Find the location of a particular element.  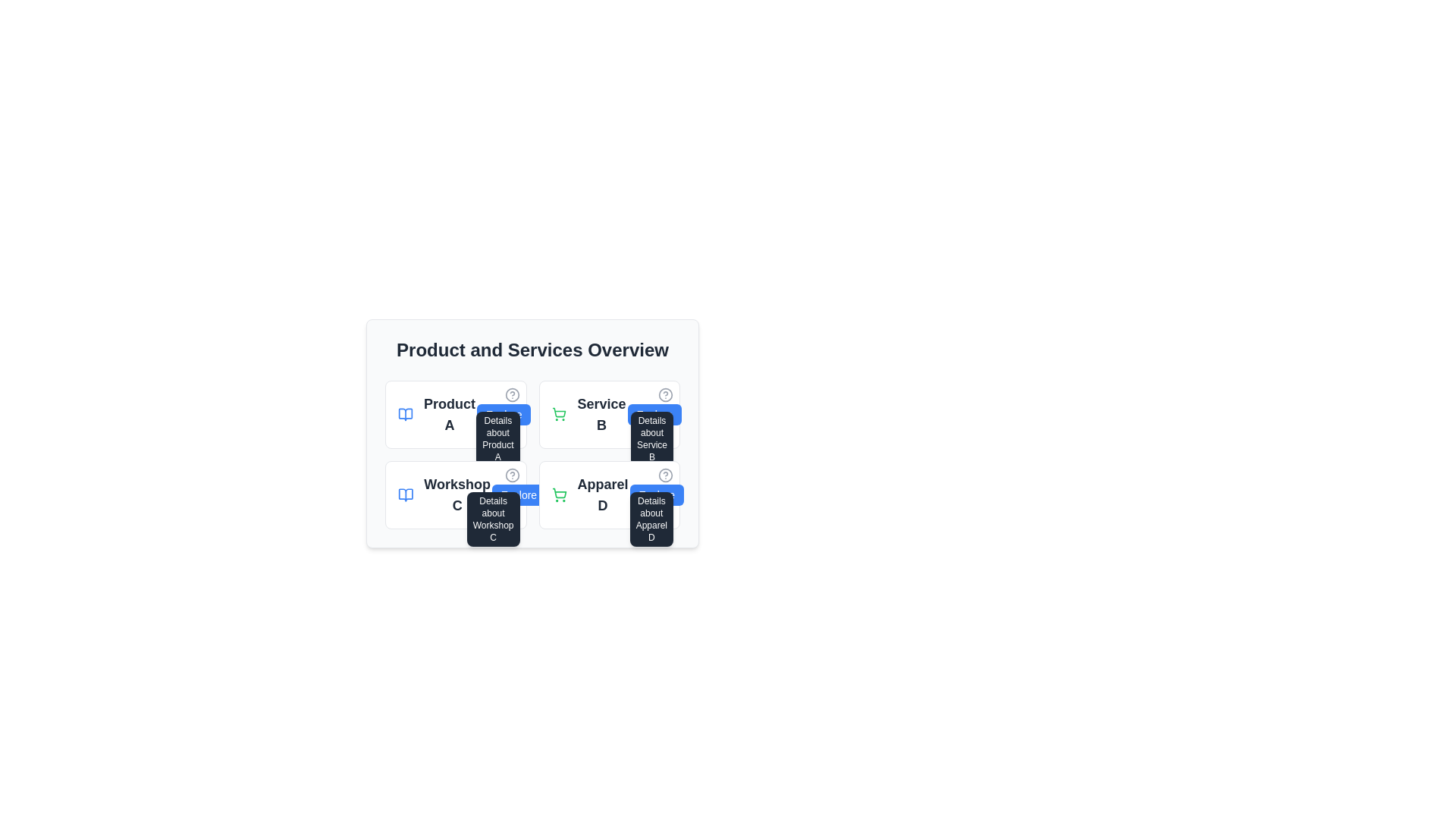

the shopping cart icon located to the left of the text 'Apparel D' is located at coordinates (558, 494).